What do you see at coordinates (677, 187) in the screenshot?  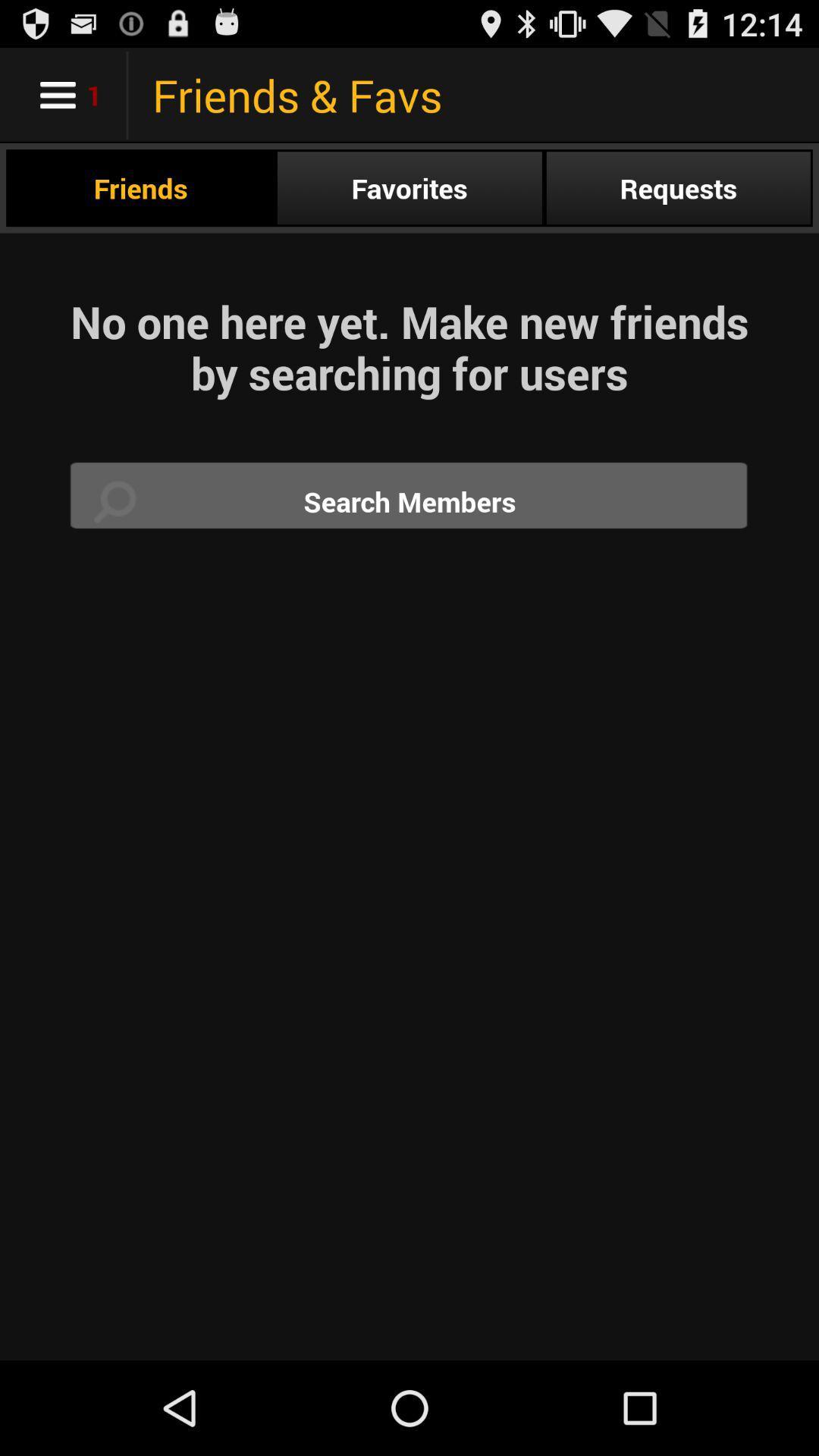 I see `radio button to the right of favorites radio button` at bounding box center [677, 187].